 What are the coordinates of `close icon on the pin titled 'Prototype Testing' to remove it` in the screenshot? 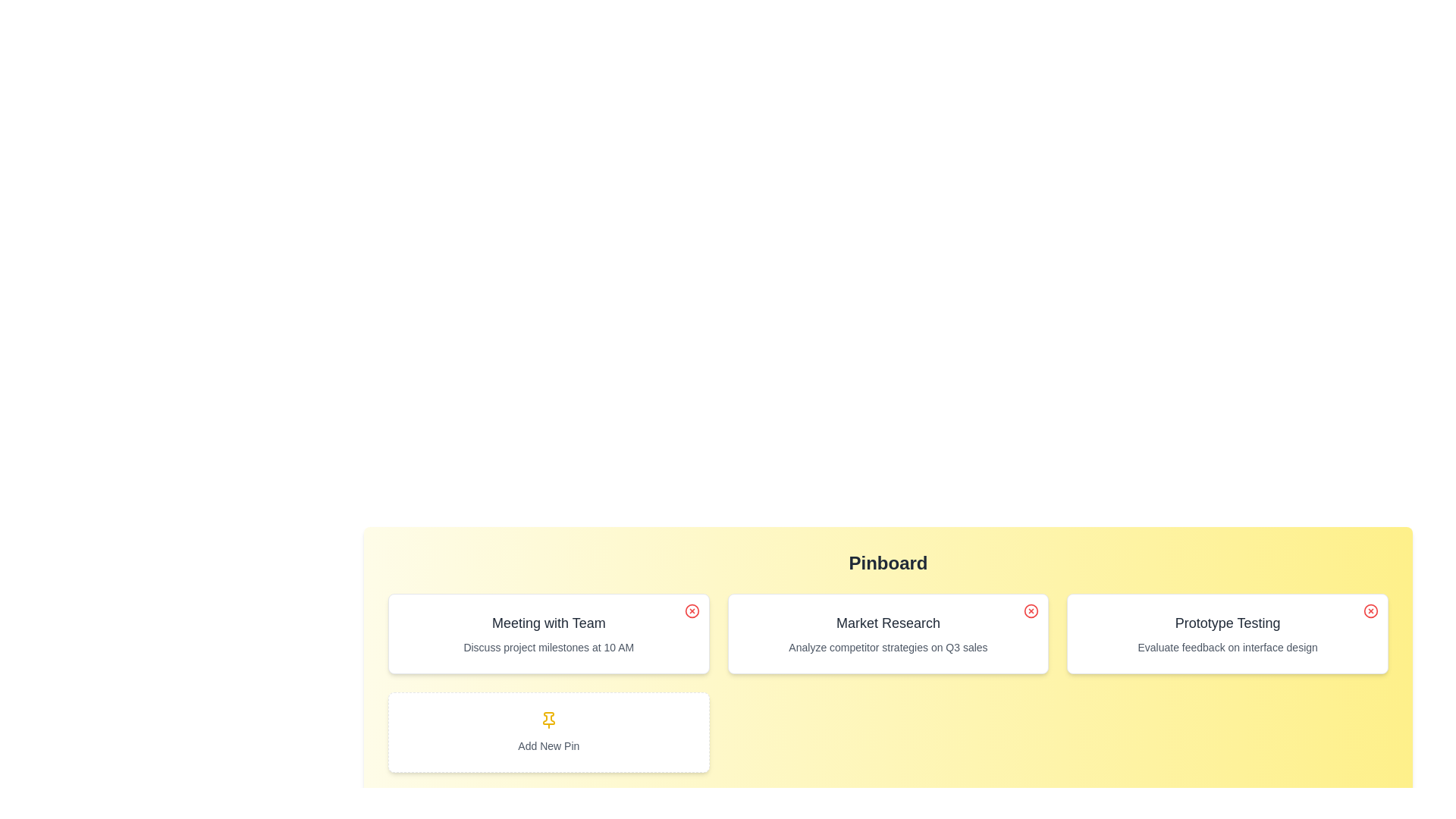 It's located at (1371, 610).